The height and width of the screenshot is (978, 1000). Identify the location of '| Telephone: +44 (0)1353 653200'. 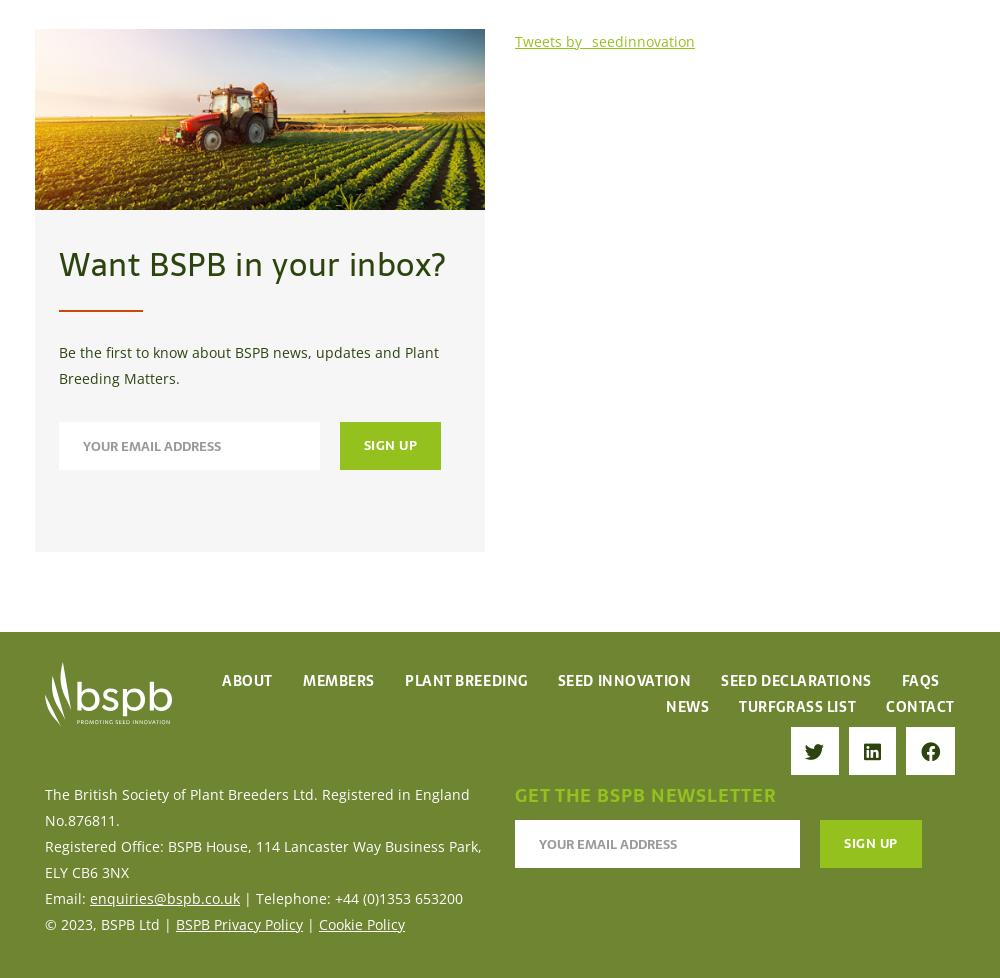
(350, 896).